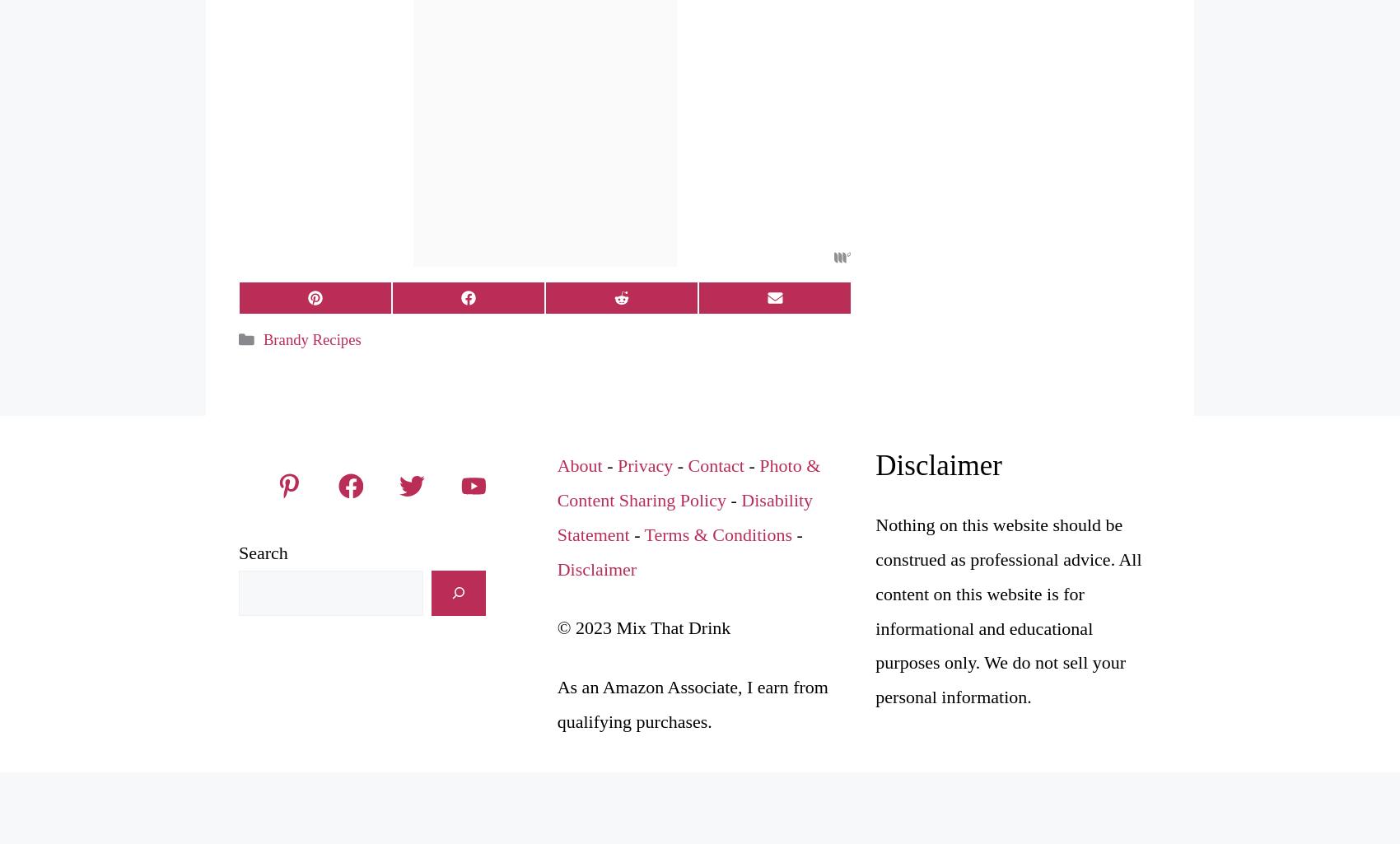 This screenshot has width=1400, height=844. I want to click on 'Privacy', so click(644, 465).